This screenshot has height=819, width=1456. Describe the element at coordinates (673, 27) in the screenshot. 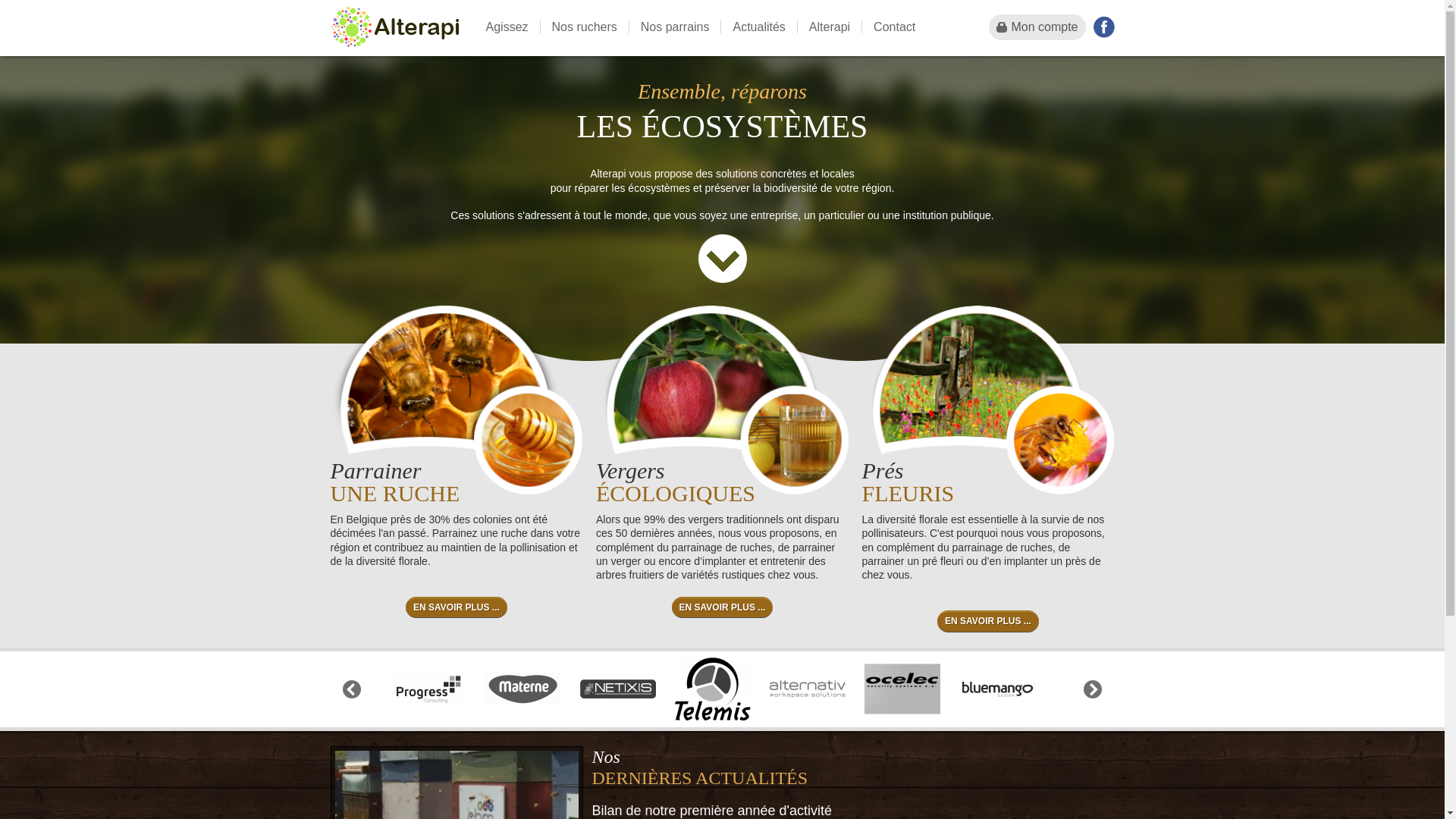

I see `'Nos parrains'` at that location.